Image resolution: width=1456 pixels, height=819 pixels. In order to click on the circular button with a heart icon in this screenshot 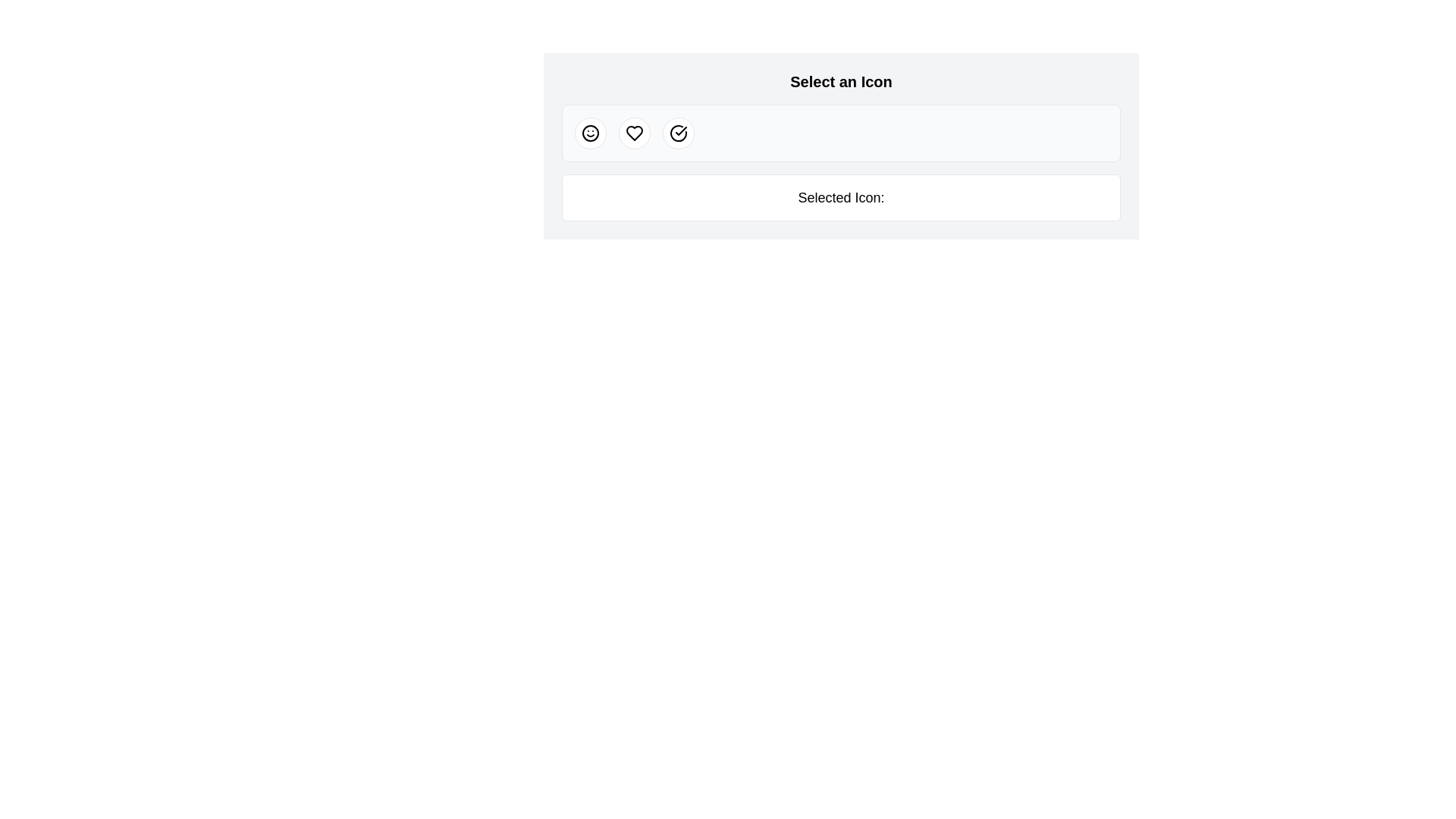, I will do `click(634, 133)`.